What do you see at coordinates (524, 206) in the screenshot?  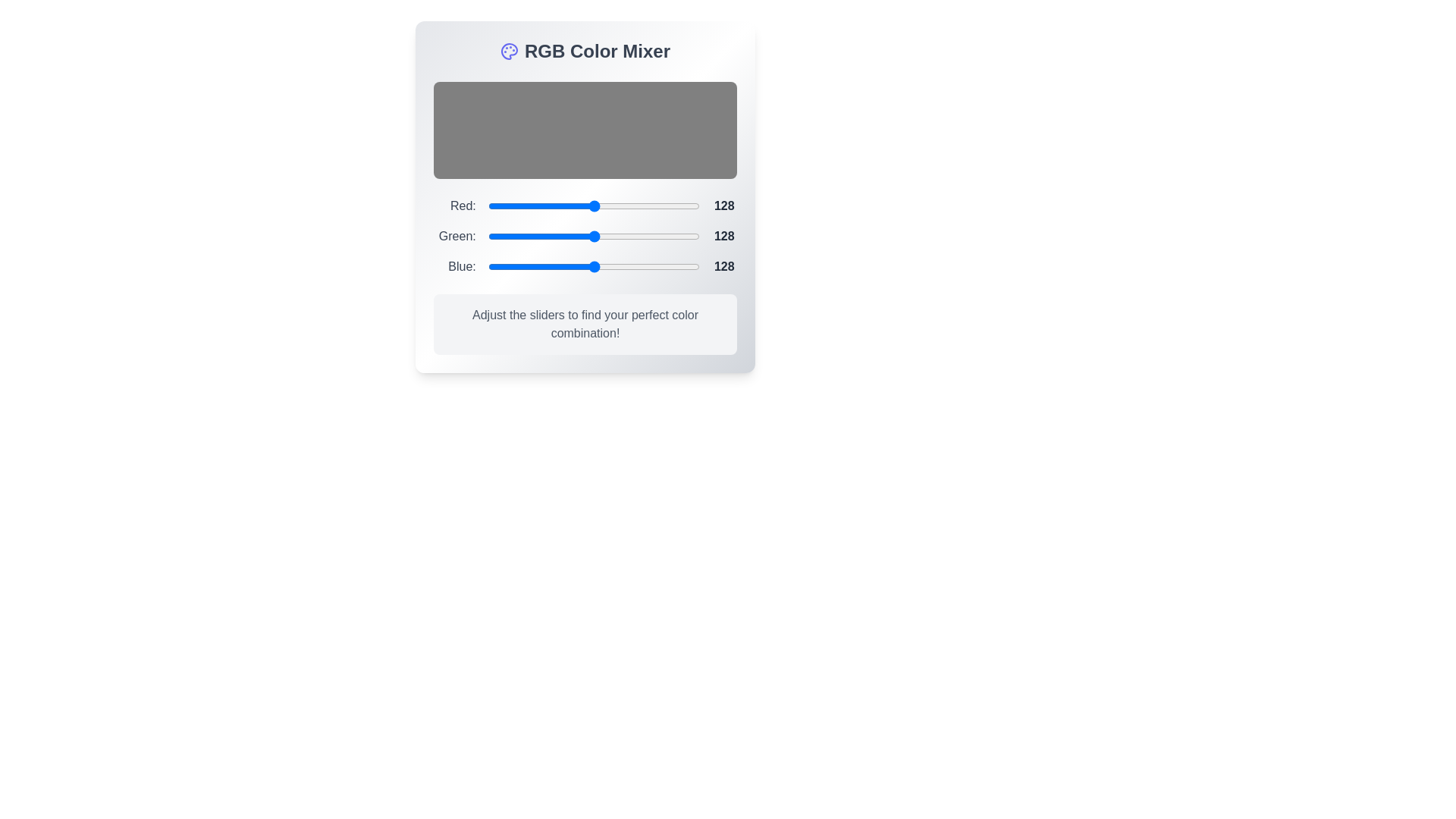 I see `the 0 slider to 44` at bounding box center [524, 206].